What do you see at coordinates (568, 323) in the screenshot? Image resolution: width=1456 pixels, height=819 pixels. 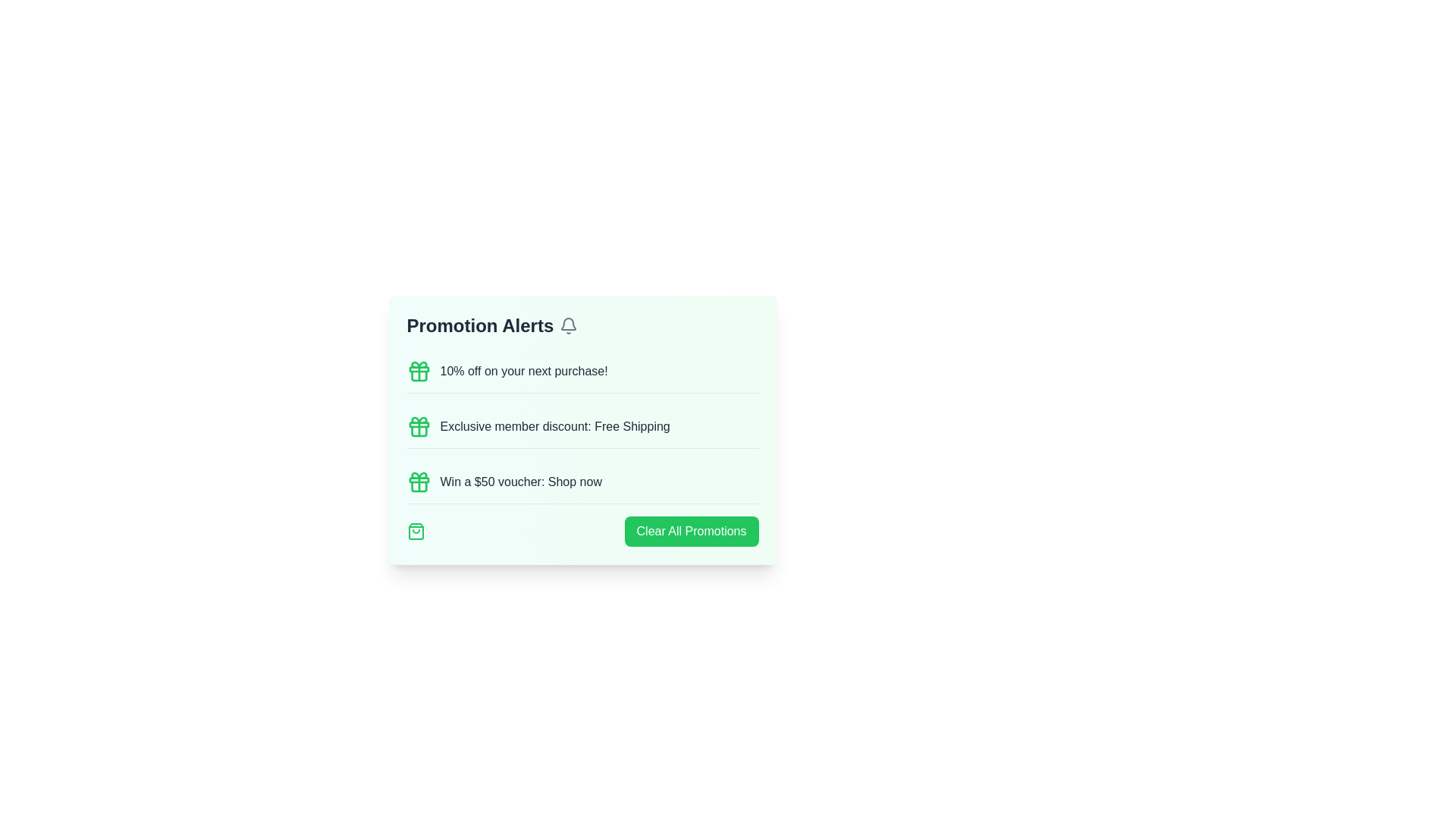 I see `the curved bell-shaped graphical vector element within the notification icon located in the upper-right region of the interface` at bounding box center [568, 323].